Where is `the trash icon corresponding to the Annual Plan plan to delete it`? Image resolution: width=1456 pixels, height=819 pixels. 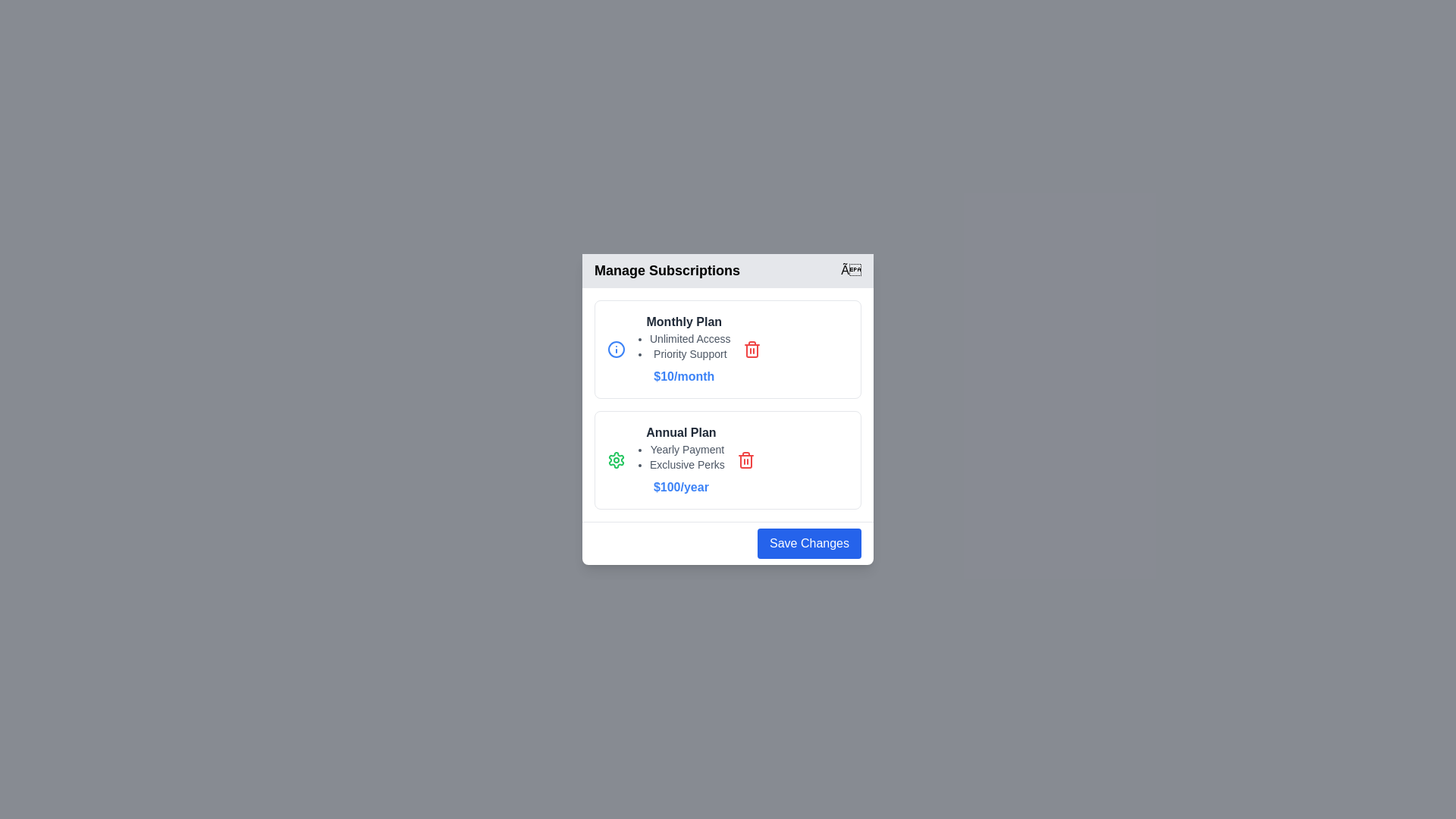
the trash icon corresponding to the Annual Plan plan to delete it is located at coordinates (745, 459).